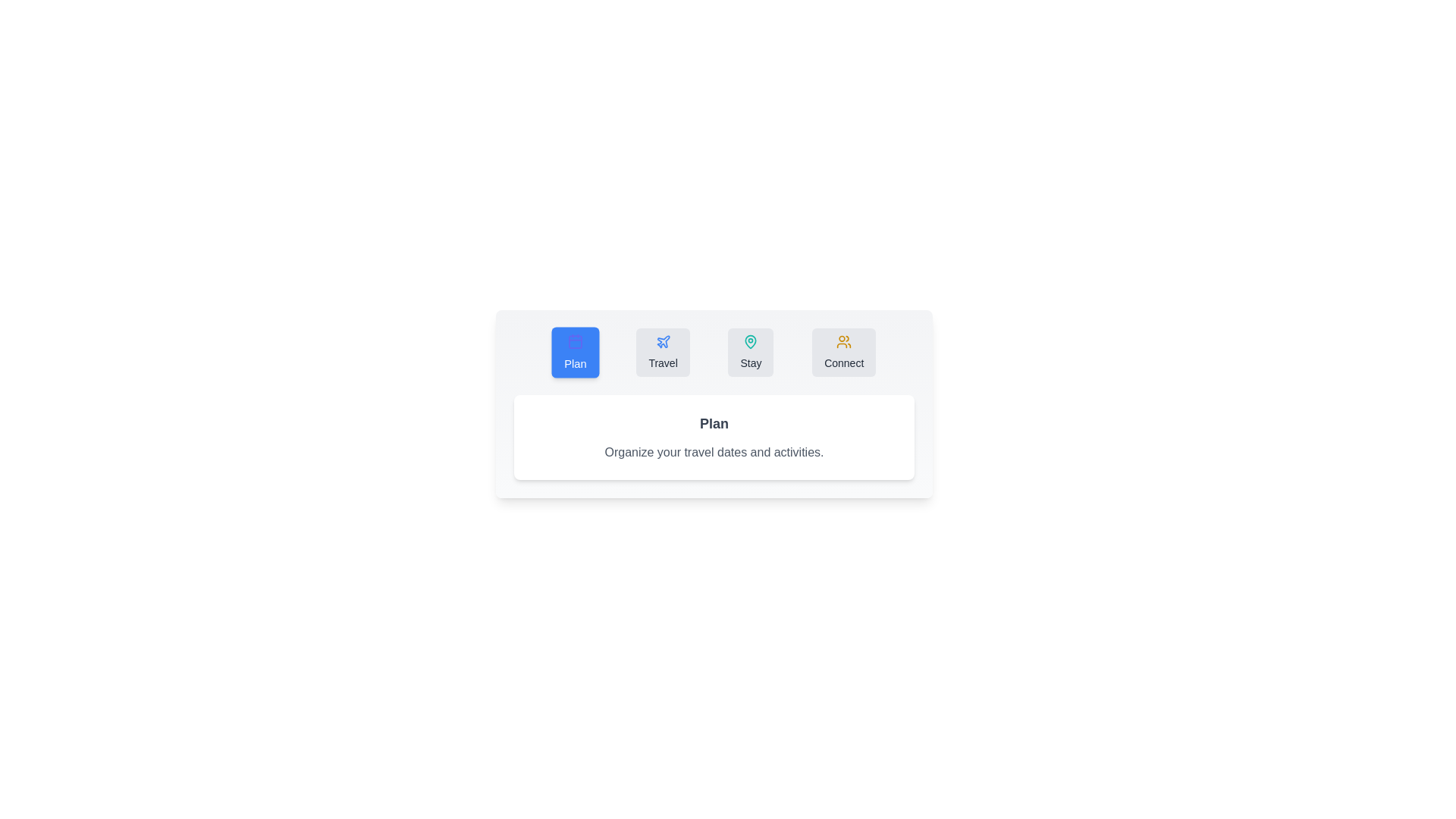 The height and width of the screenshot is (819, 1456). Describe the element at coordinates (751, 353) in the screenshot. I see `the tab labeled 'Stay' to preview its hover state` at that location.